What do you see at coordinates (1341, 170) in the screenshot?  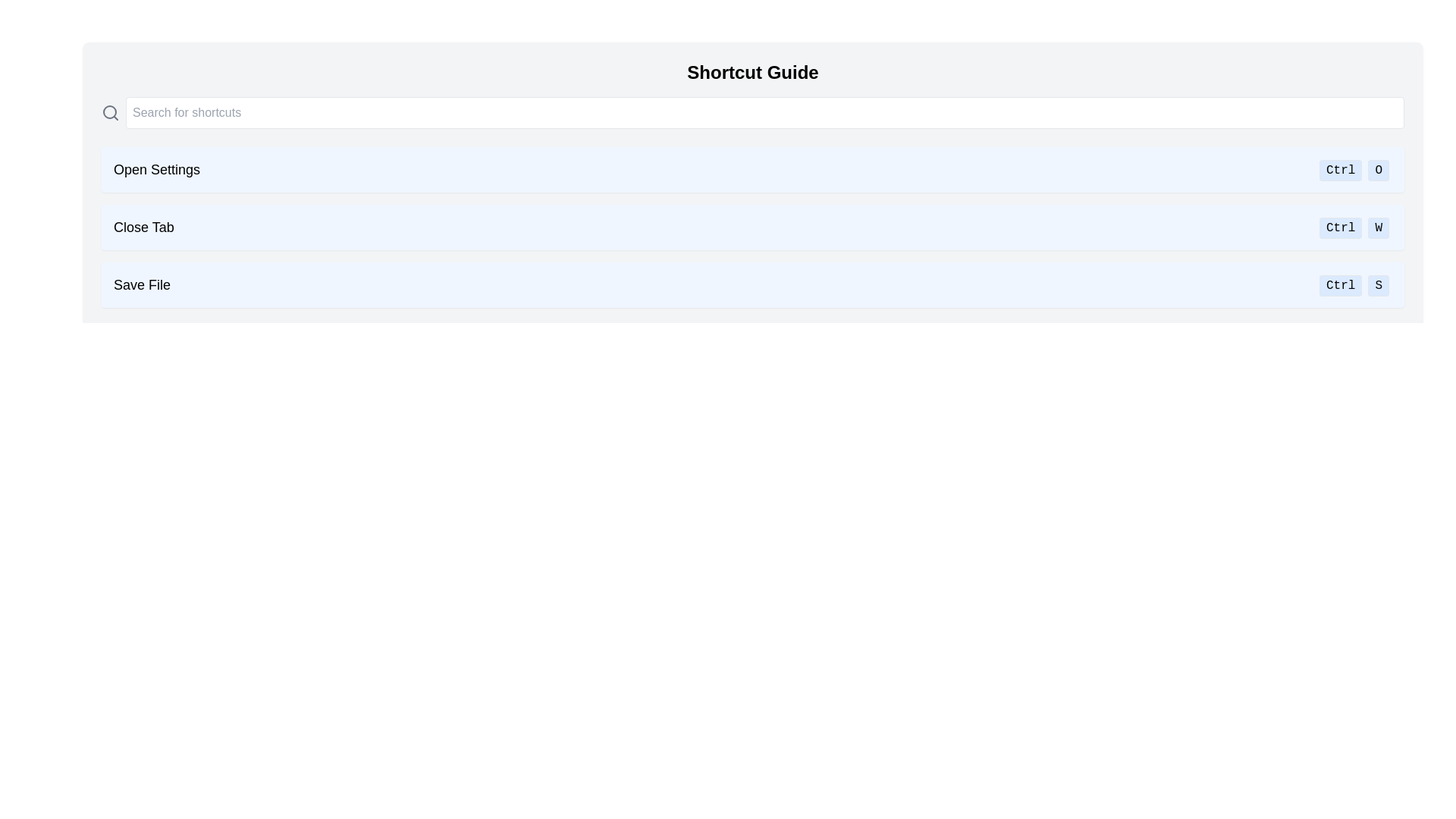 I see `the 'Ctrl' key representation in the shortcut guide, which is part of the 'Ctrl O' combination located to the right of the 'Open Settings' label` at bounding box center [1341, 170].